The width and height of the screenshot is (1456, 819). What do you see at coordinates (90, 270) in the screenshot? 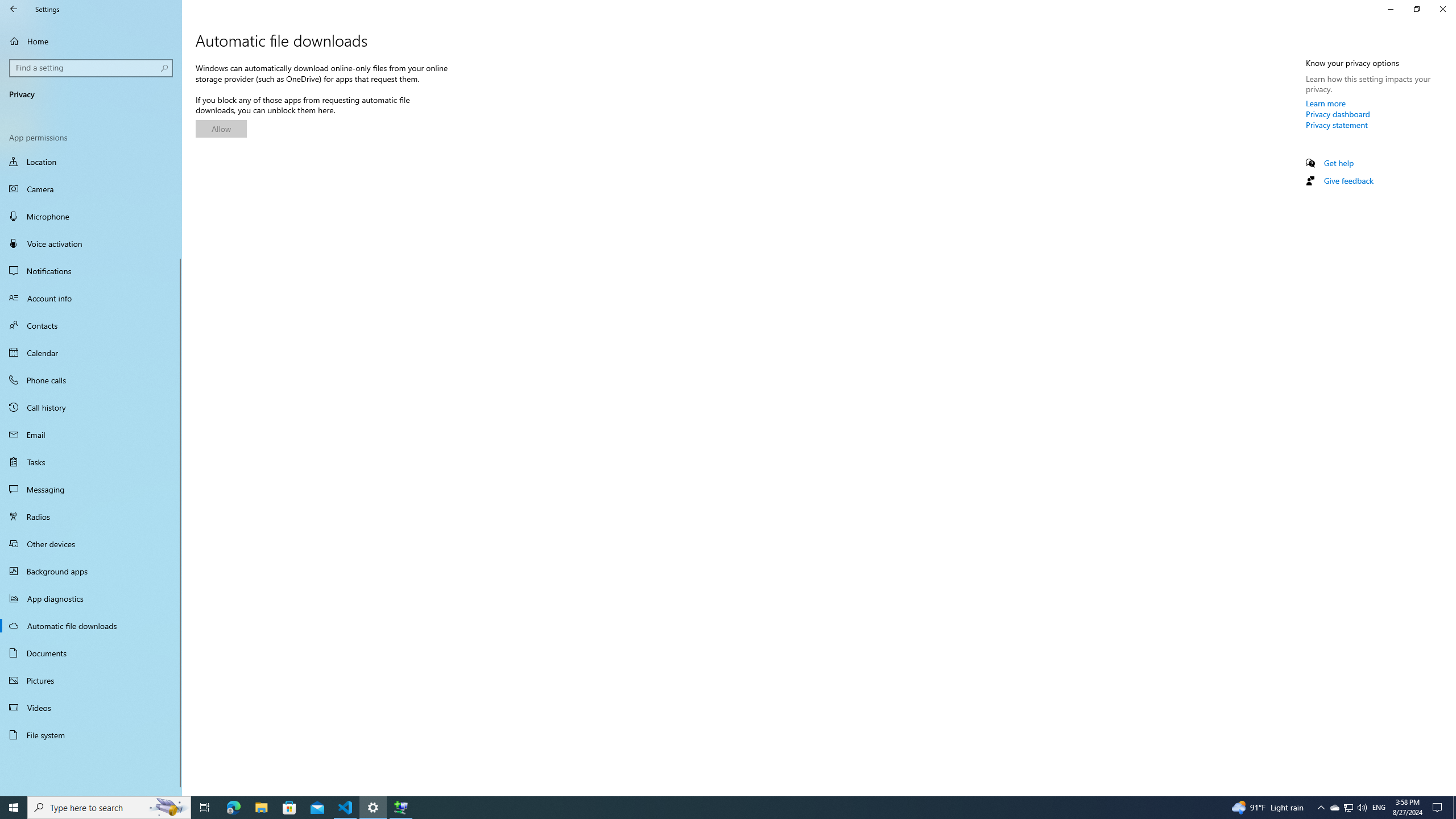
I see `'Notifications'` at bounding box center [90, 270].